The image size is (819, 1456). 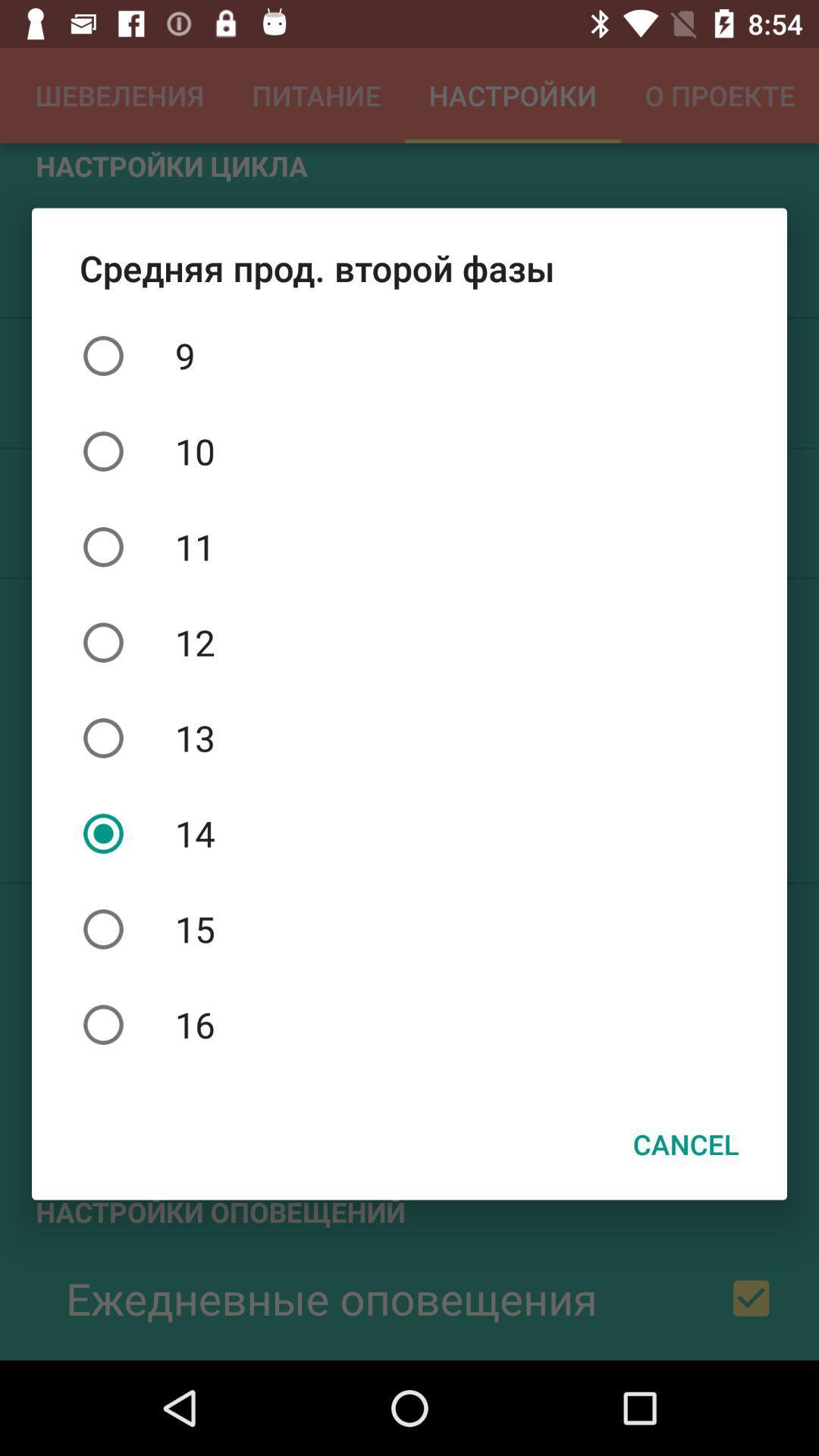 What do you see at coordinates (409, 450) in the screenshot?
I see `icon below the 9 icon` at bounding box center [409, 450].